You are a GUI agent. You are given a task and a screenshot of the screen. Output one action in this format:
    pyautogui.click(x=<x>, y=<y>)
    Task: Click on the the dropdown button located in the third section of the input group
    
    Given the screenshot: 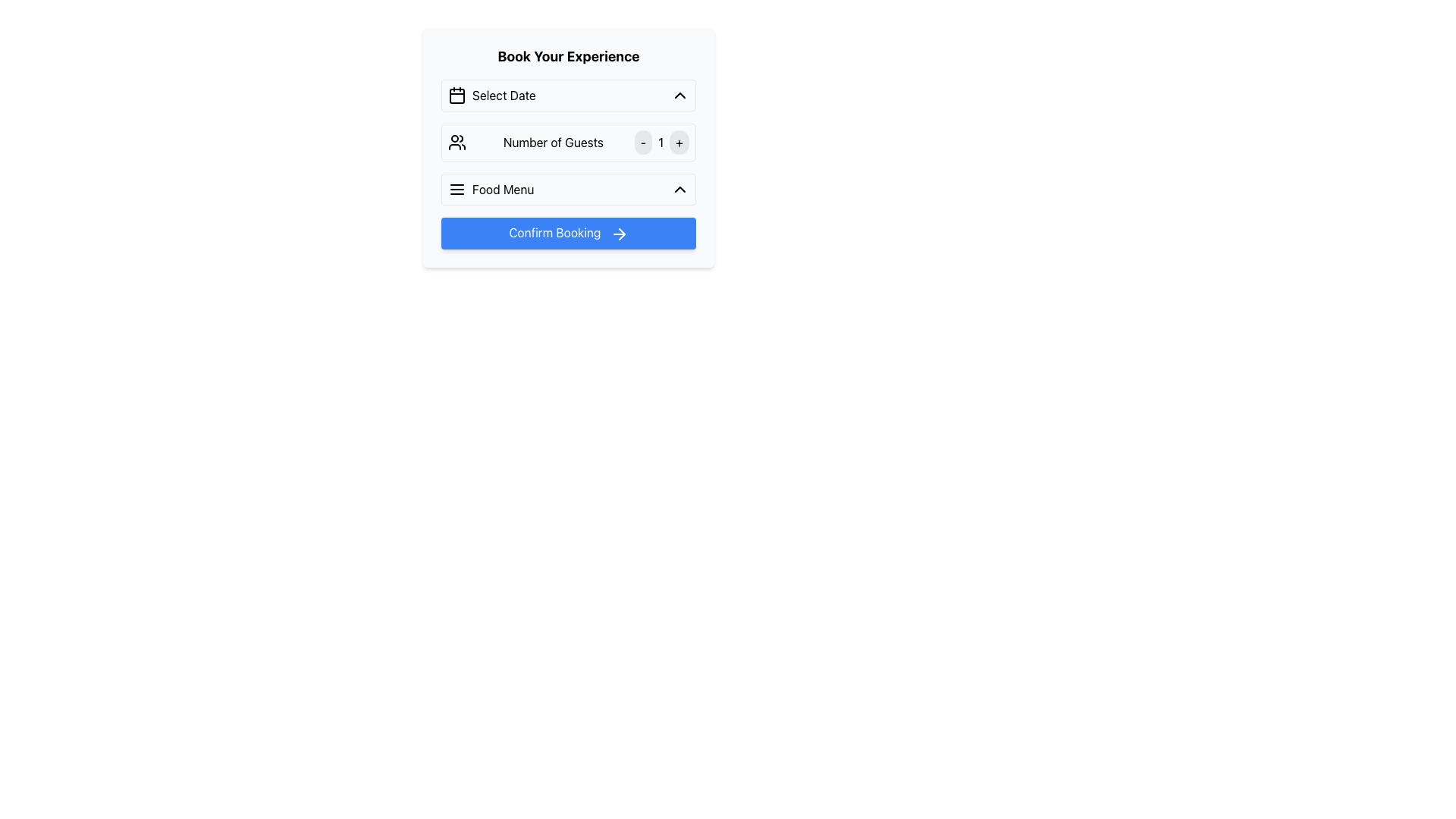 What is the action you would take?
    pyautogui.click(x=567, y=189)
    